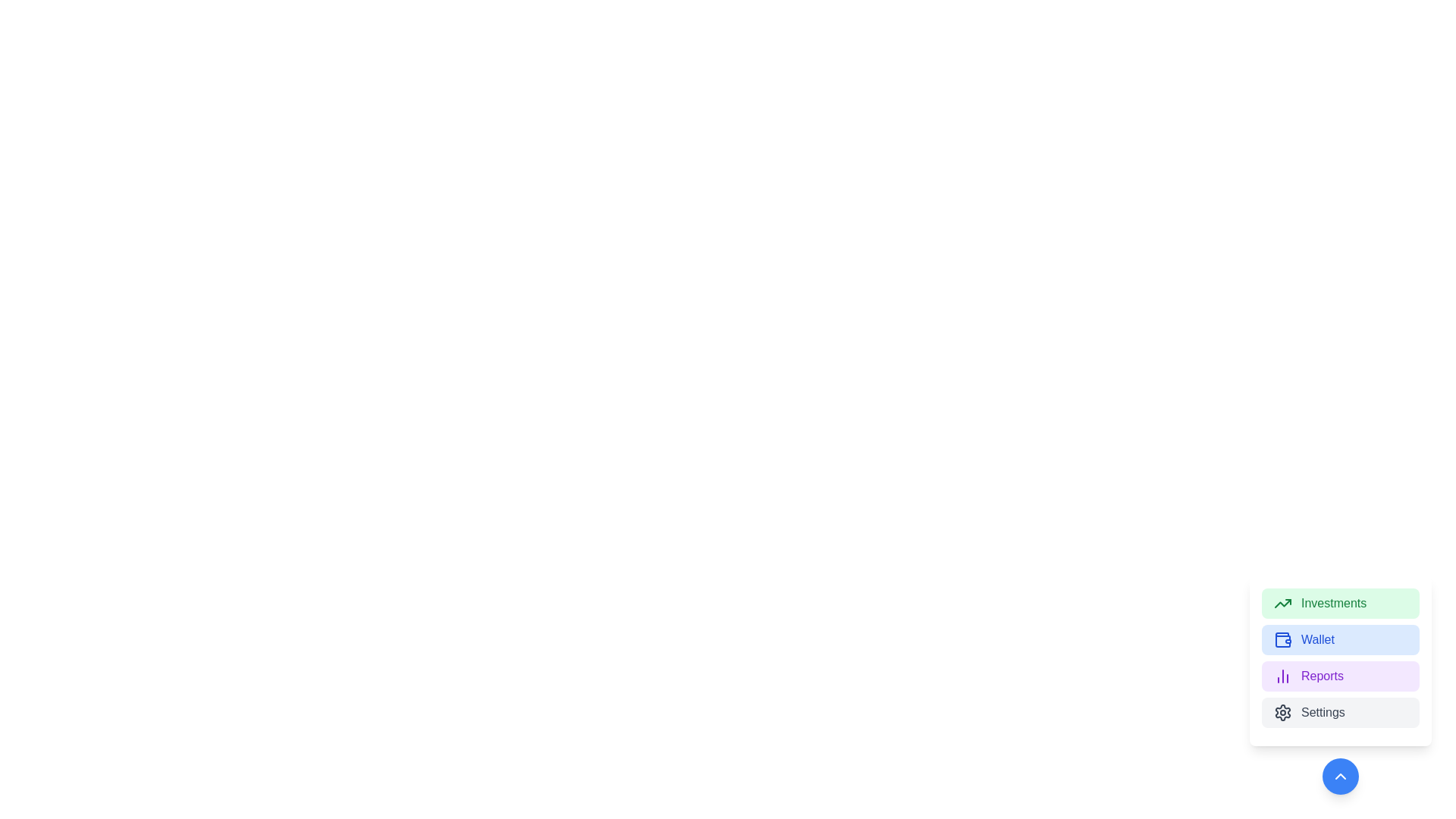  I want to click on the 'Investments' button, so click(1340, 602).